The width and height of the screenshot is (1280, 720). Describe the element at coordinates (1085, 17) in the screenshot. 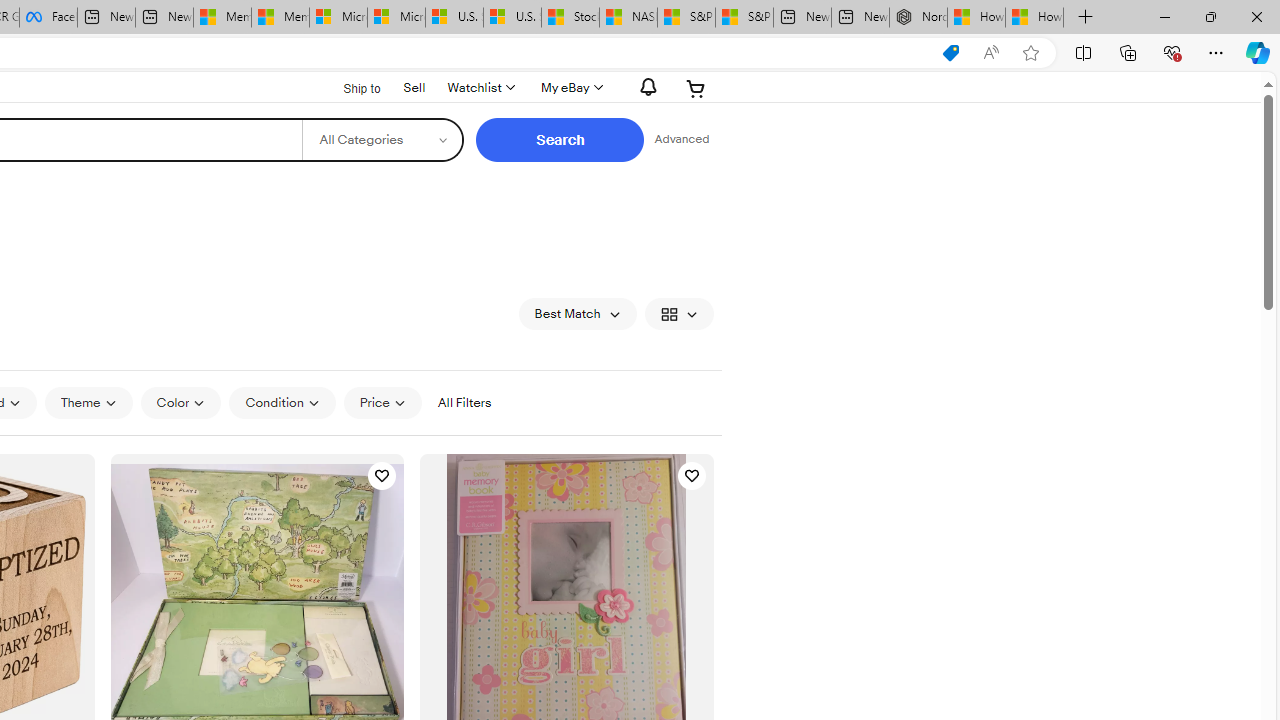

I see `'New Tab'` at that location.